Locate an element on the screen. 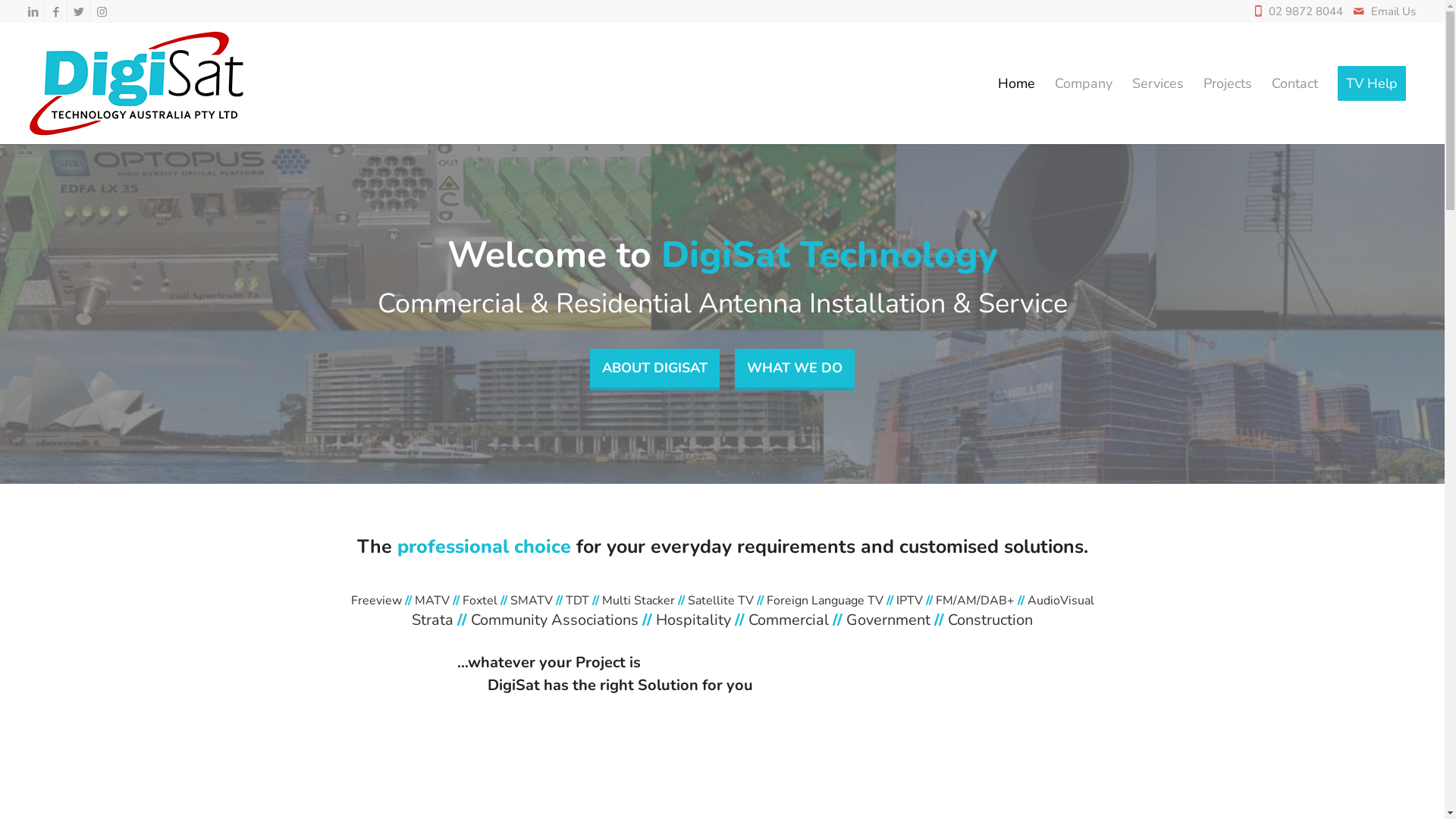  'Services' is located at coordinates (1122, 83).